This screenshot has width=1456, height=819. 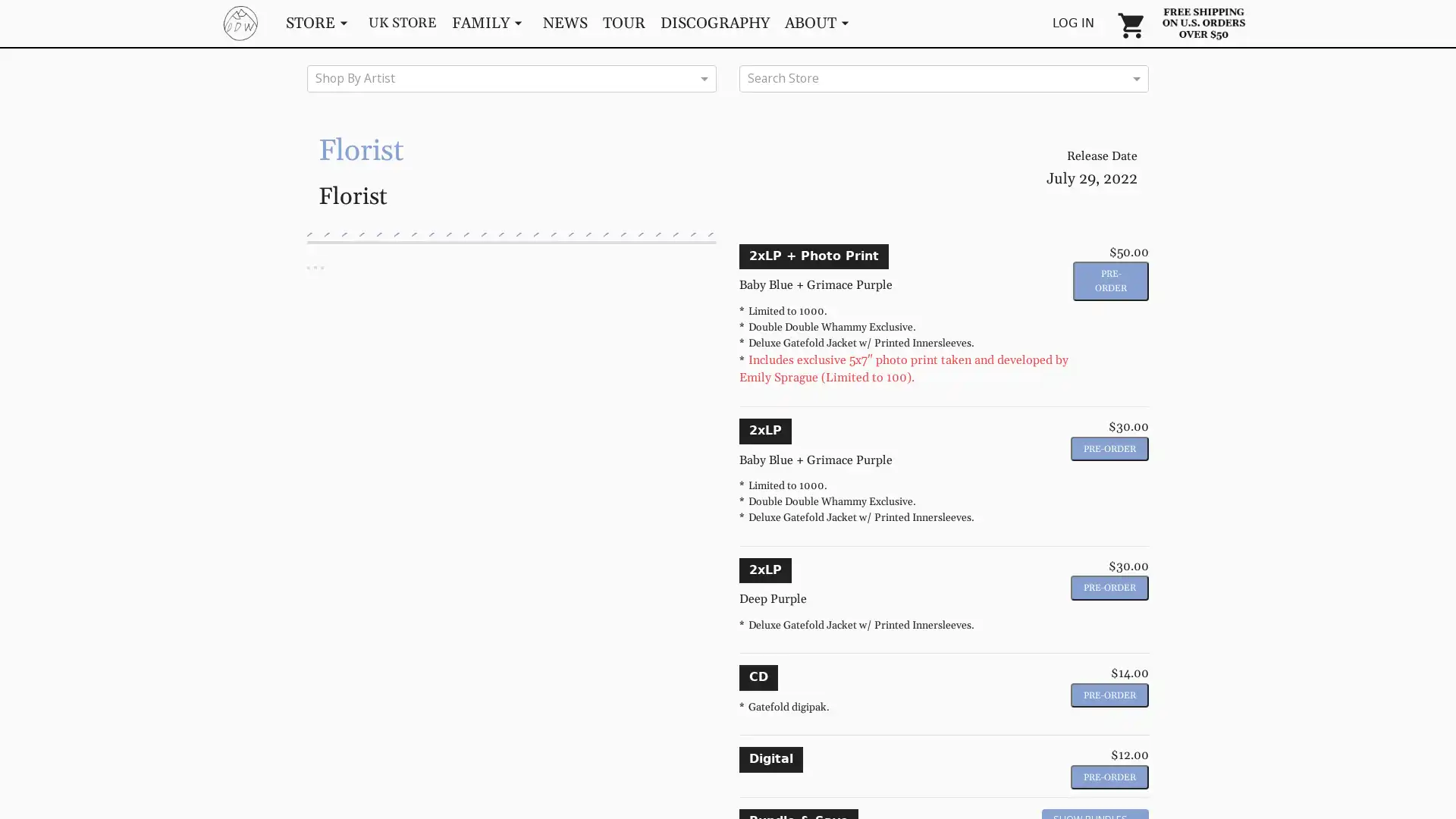 What do you see at coordinates (1110, 281) in the screenshot?
I see `Pre-Order` at bounding box center [1110, 281].